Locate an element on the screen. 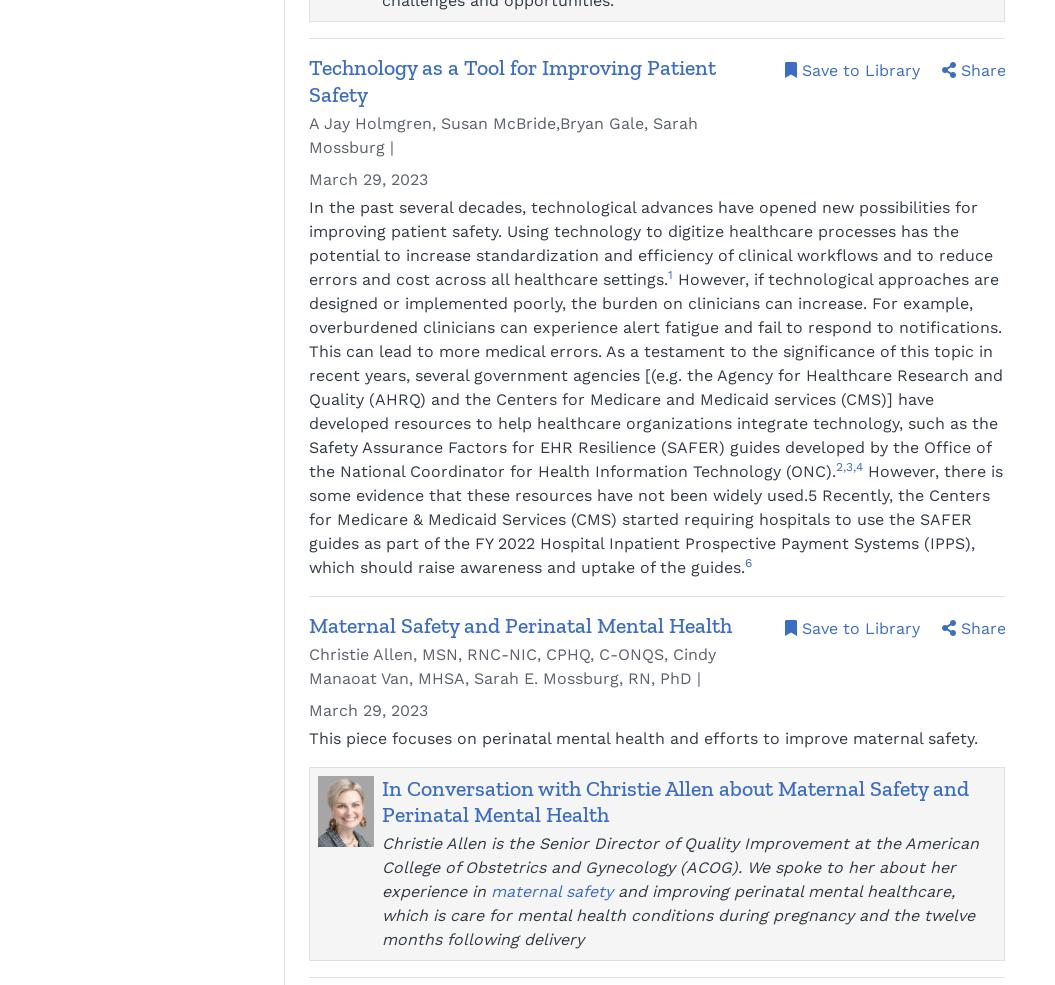 The height and width of the screenshot is (985, 1055). '1' is located at coordinates (667, 273).